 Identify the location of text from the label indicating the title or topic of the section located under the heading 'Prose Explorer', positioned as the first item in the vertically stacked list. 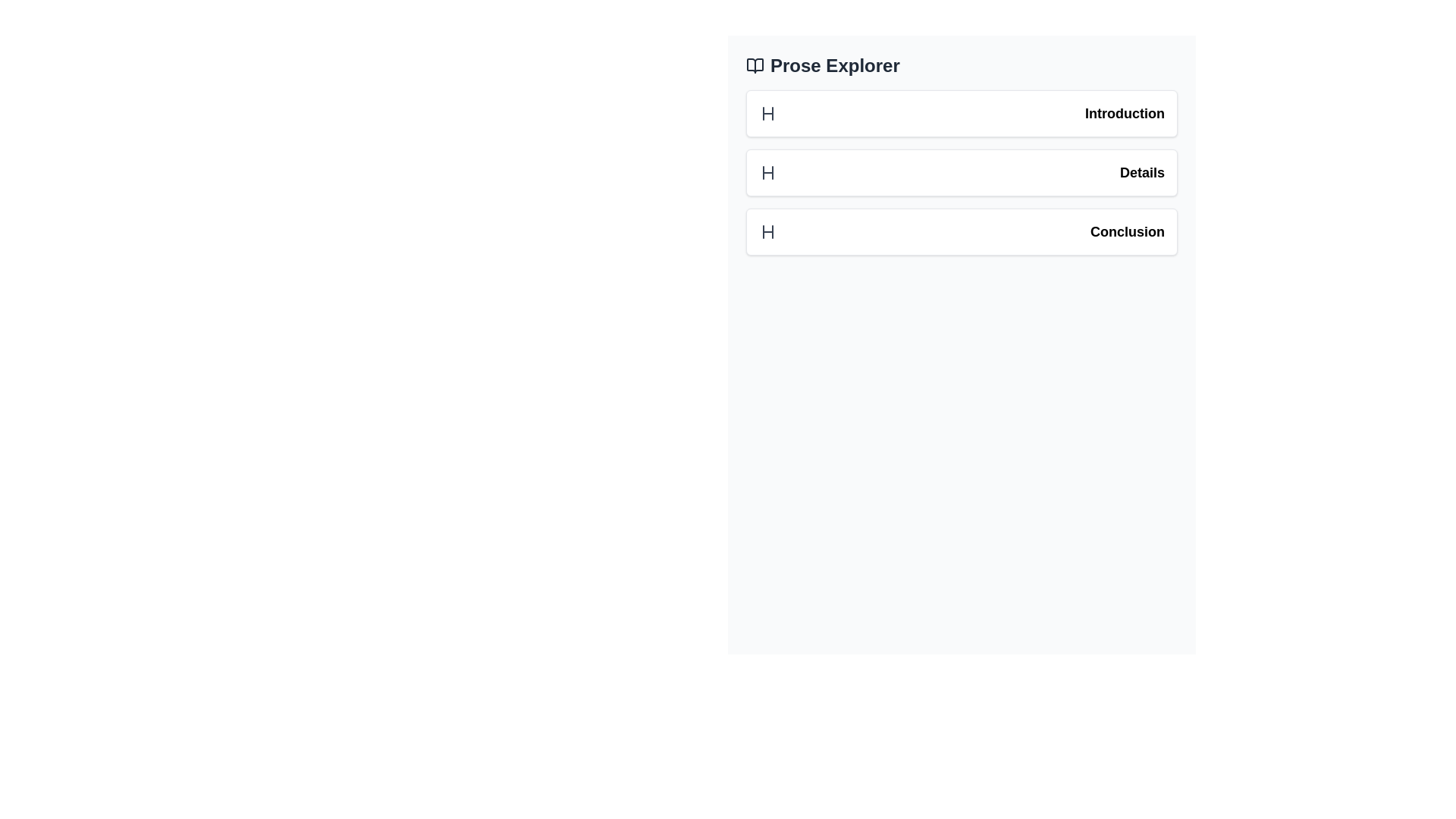
(1125, 113).